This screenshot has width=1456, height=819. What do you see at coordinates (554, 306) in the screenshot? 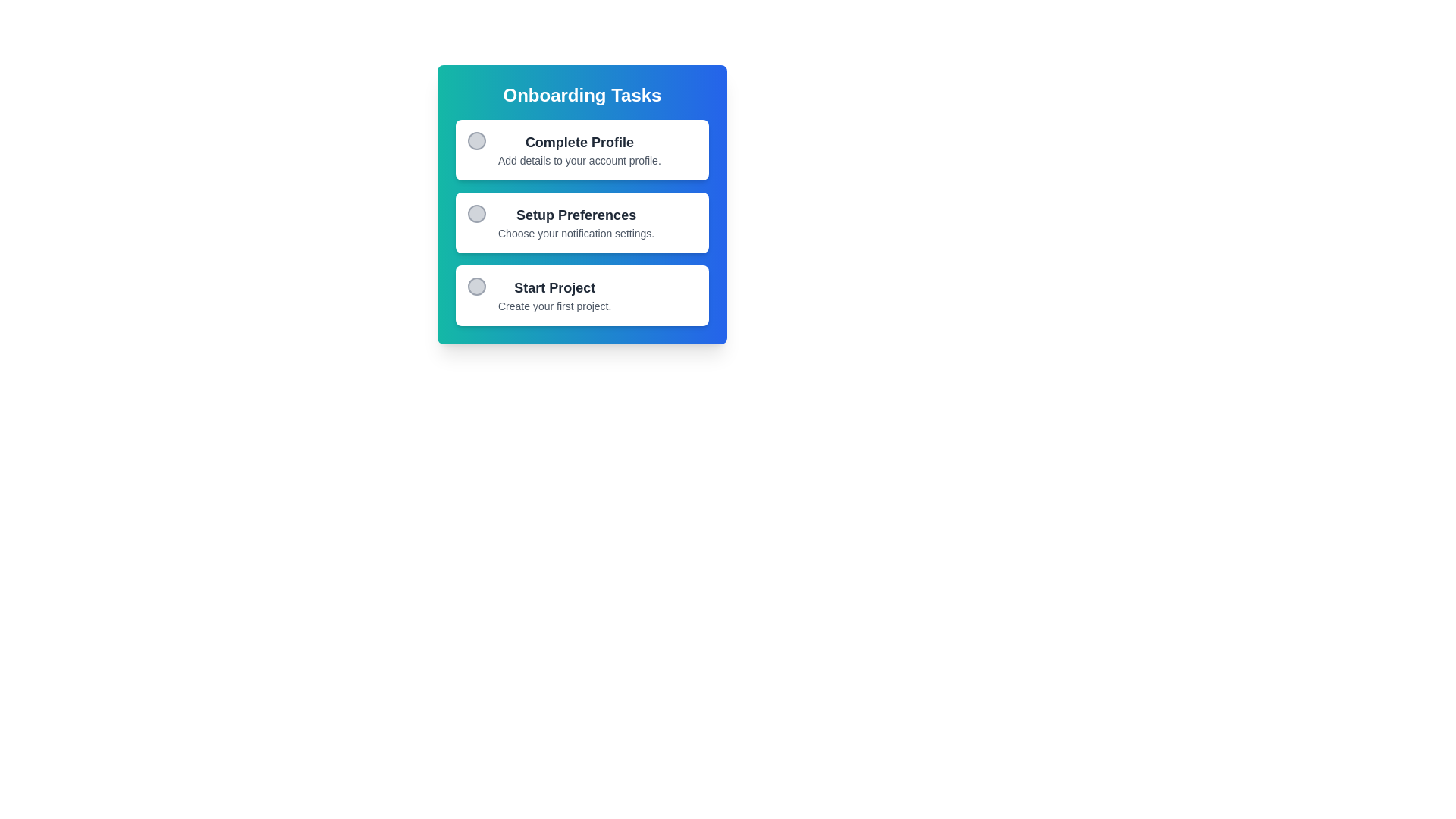
I see `the static text label that reads 'Create your first project.', which is styled in small gray text and located beneath the 'Start Project' heading in the onboarding task card` at bounding box center [554, 306].